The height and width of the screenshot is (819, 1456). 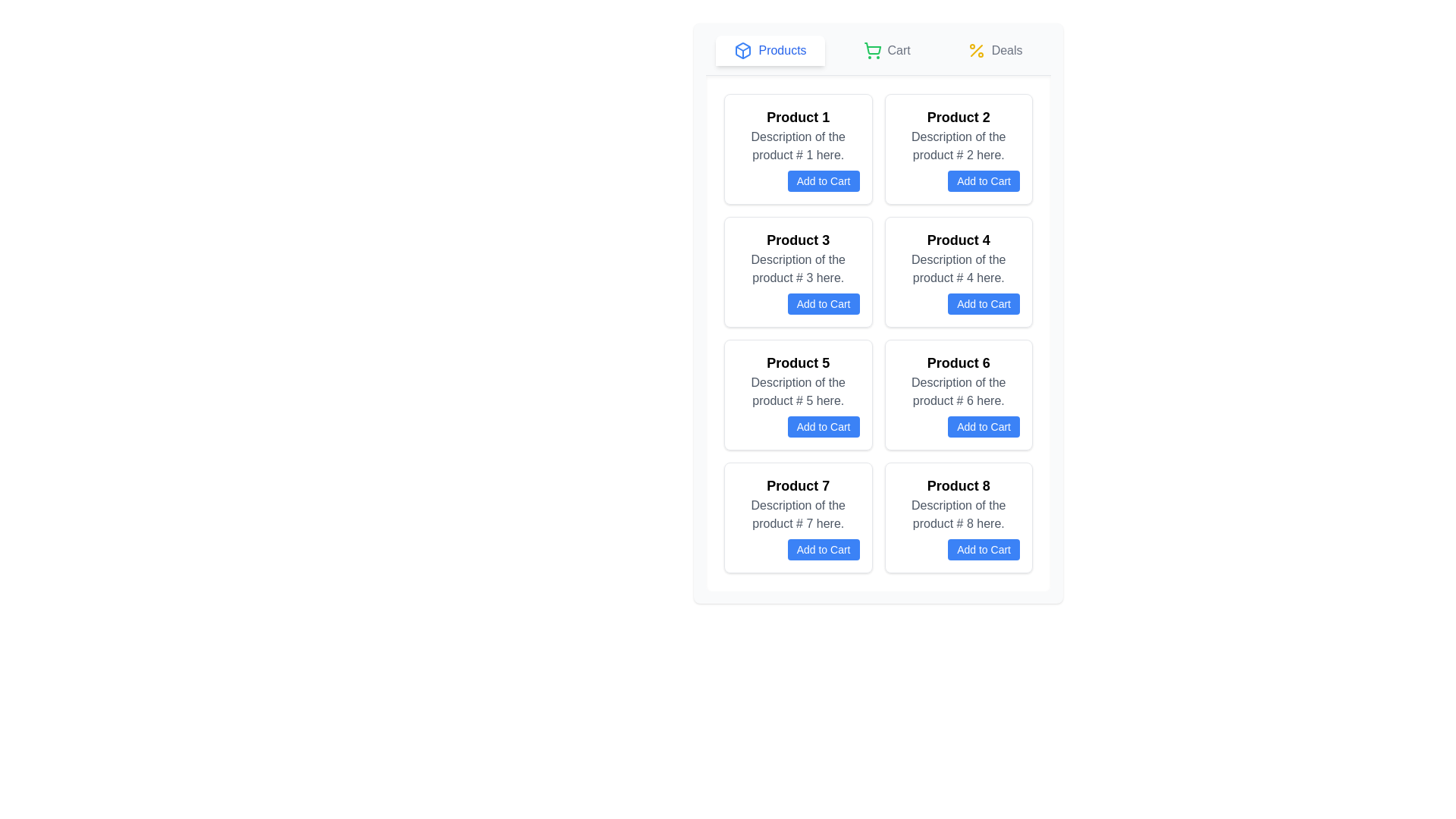 I want to click on the static text element providing details about 'Product 6', which is located directly below the title and above the 'Add to Cart' button, so click(x=958, y=391).